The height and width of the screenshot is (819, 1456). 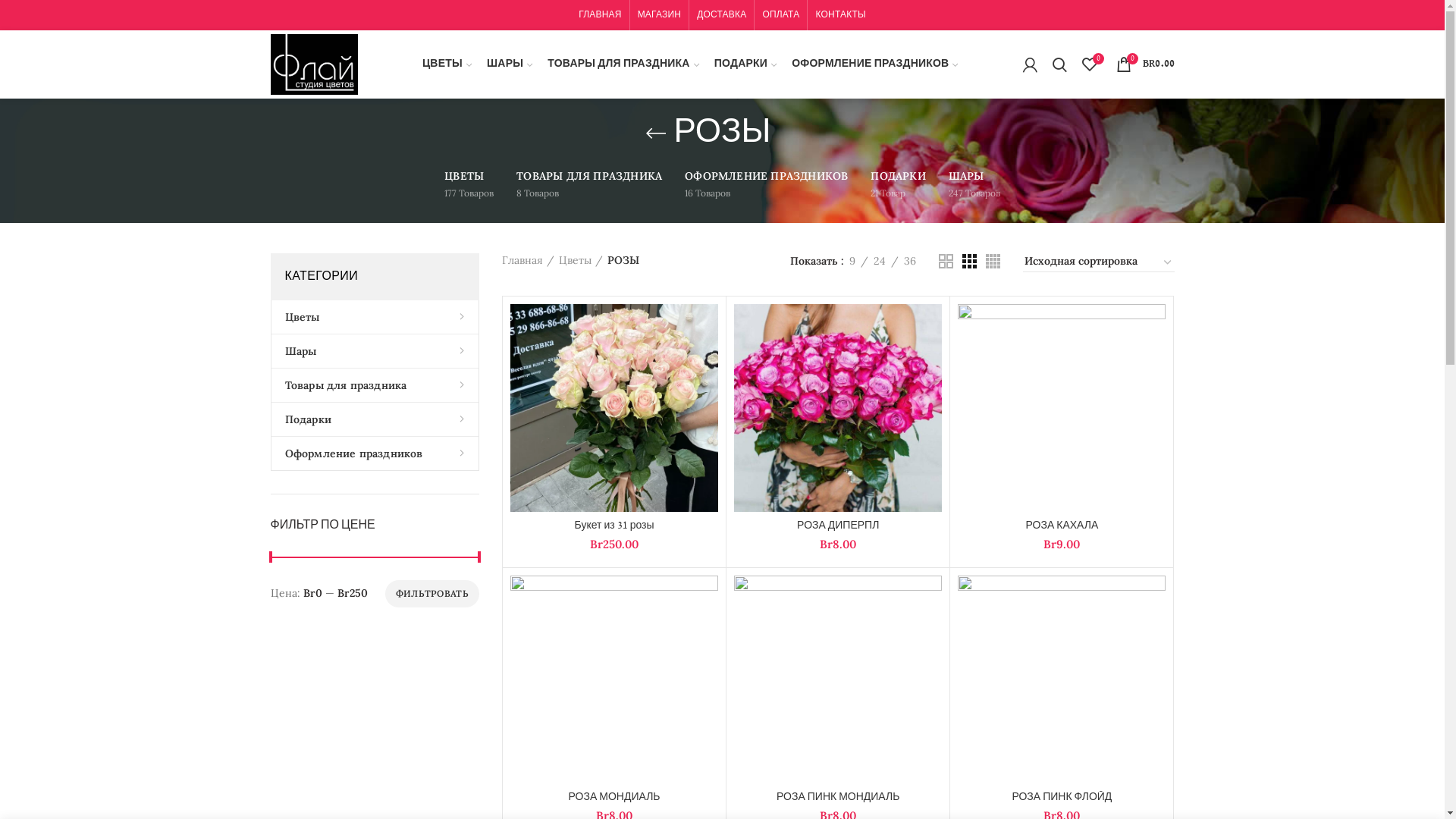 What do you see at coordinates (852, 259) in the screenshot?
I see `'9'` at bounding box center [852, 259].